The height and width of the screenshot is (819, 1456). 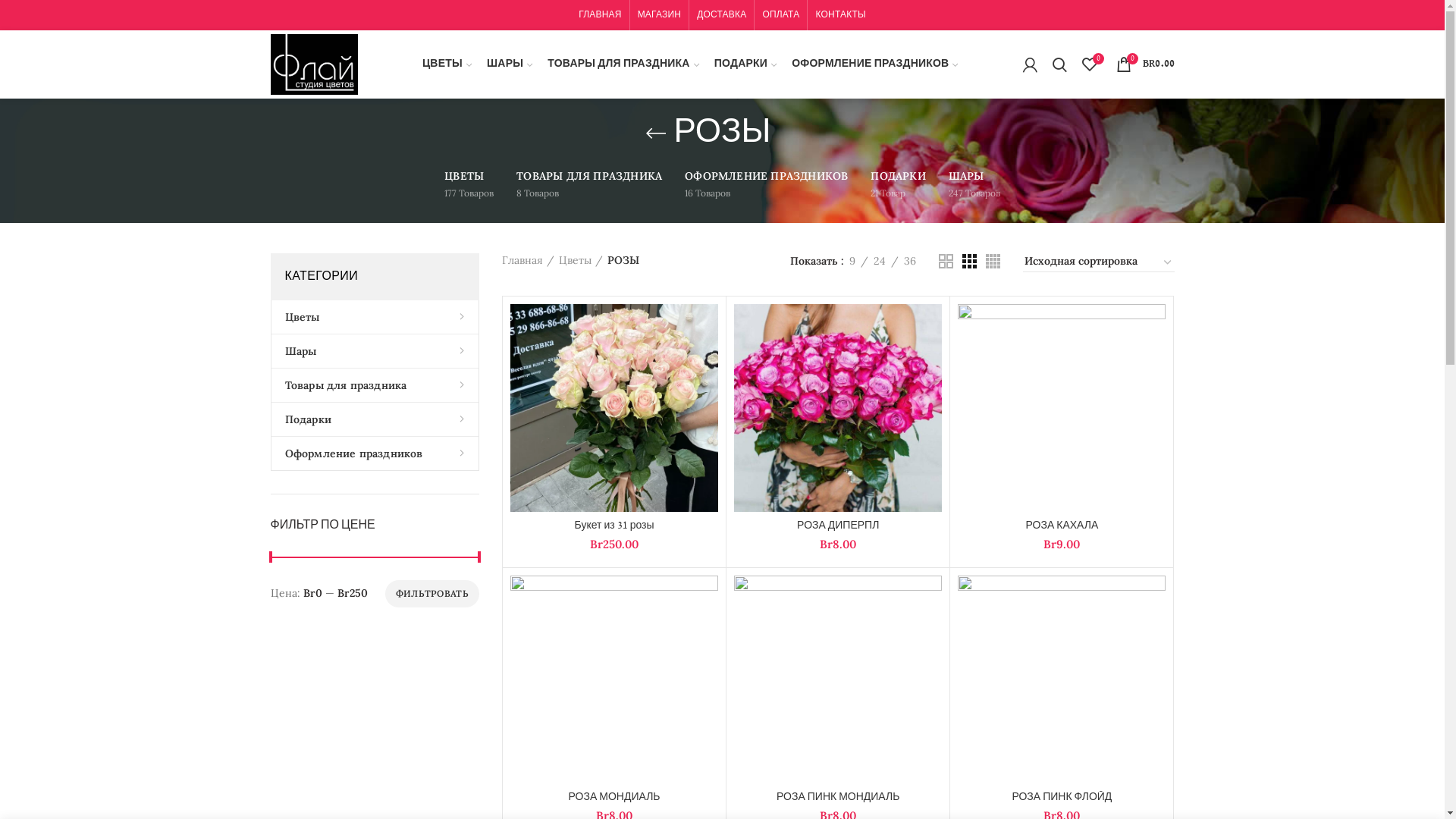 What do you see at coordinates (852, 259) in the screenshot?
I see `'9'` at bounding box center [852, 259].